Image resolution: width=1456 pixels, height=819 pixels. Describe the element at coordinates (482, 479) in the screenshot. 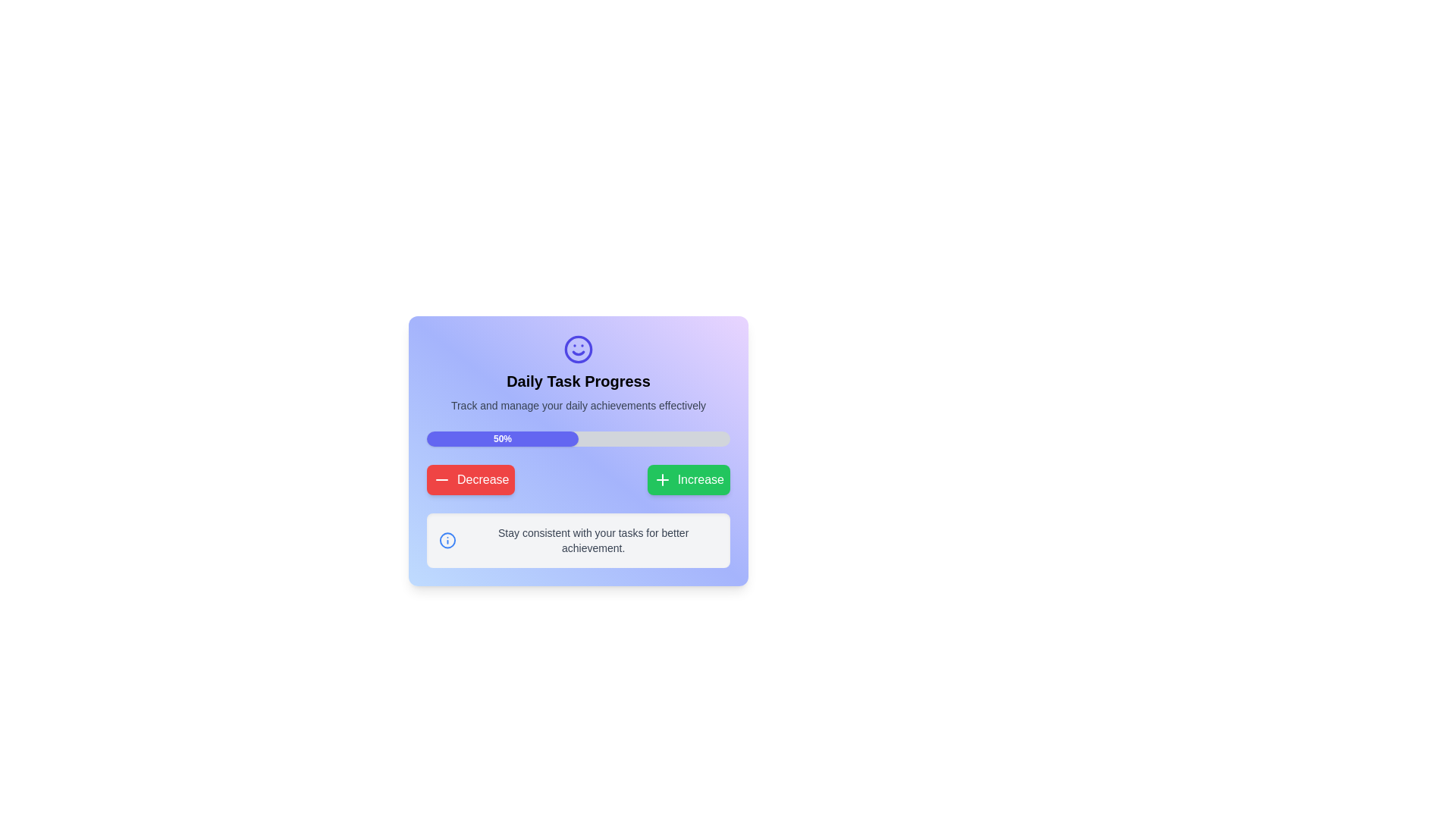

I see `the 'Decrease' text label within the button, which is prominently displayed in bold white font against a red background` at that location.